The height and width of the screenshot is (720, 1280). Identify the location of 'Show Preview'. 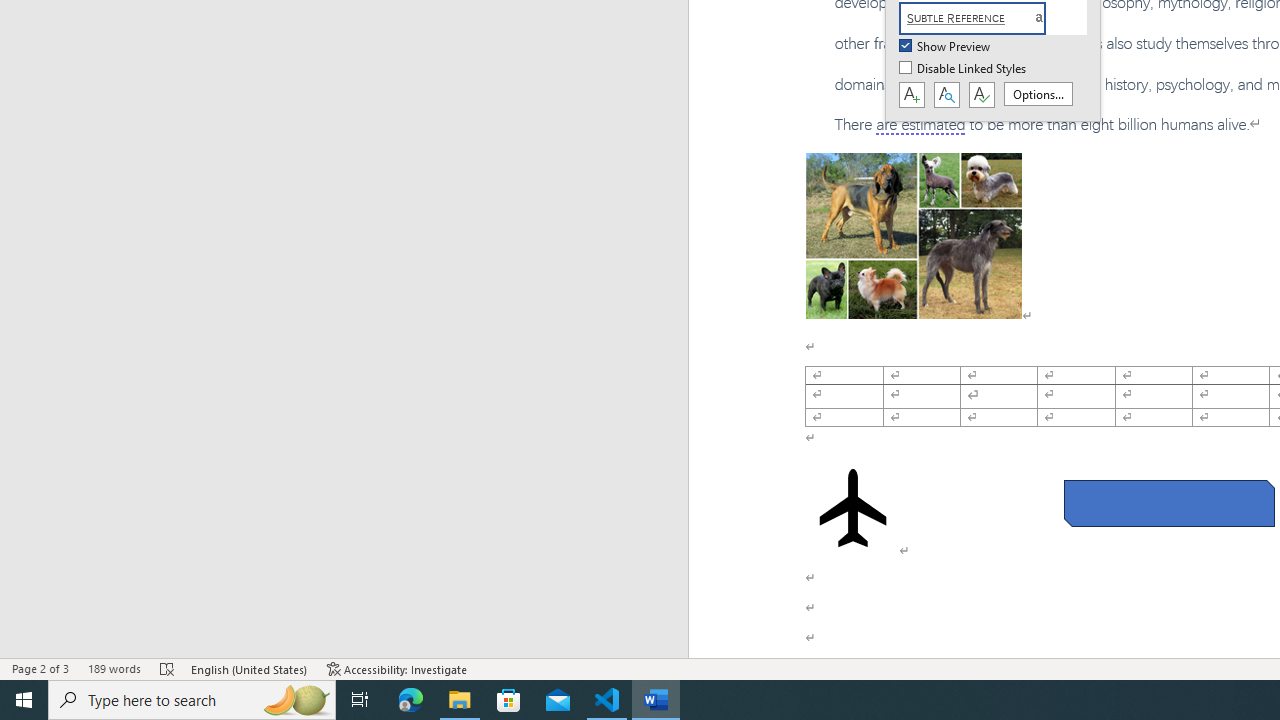
(945, 46).